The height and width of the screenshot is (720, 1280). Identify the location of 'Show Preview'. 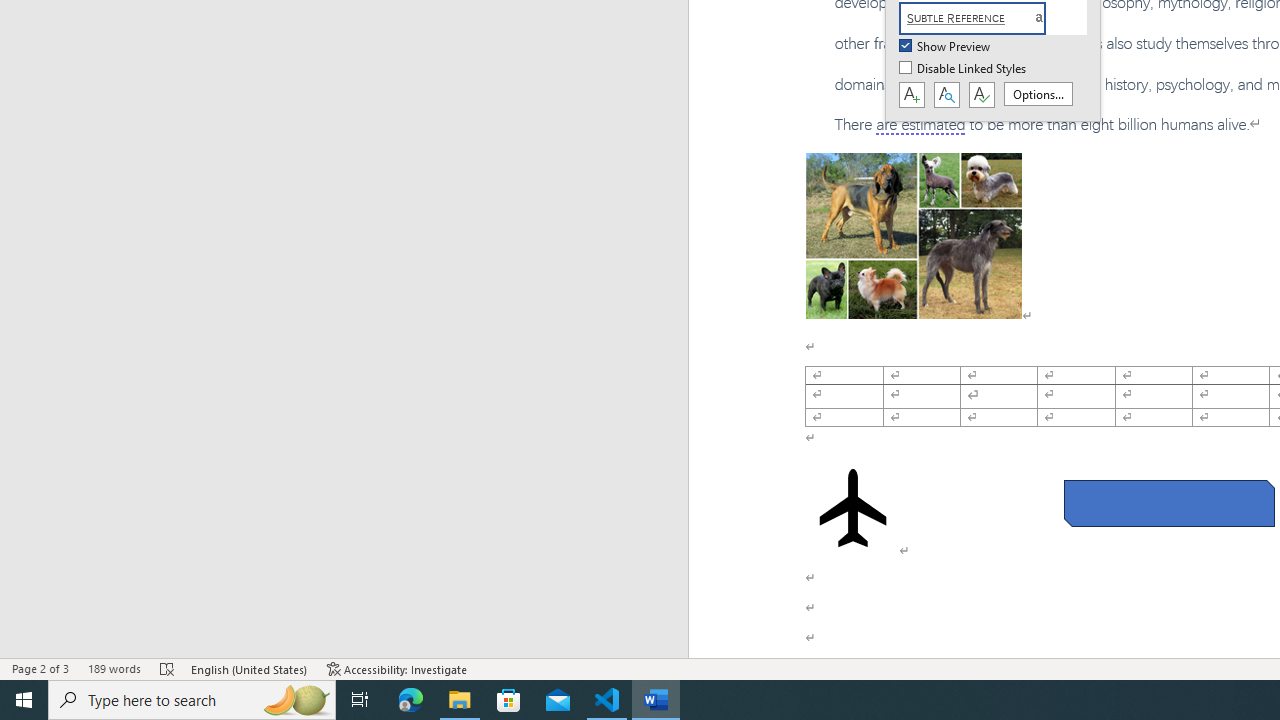
(945, 46).